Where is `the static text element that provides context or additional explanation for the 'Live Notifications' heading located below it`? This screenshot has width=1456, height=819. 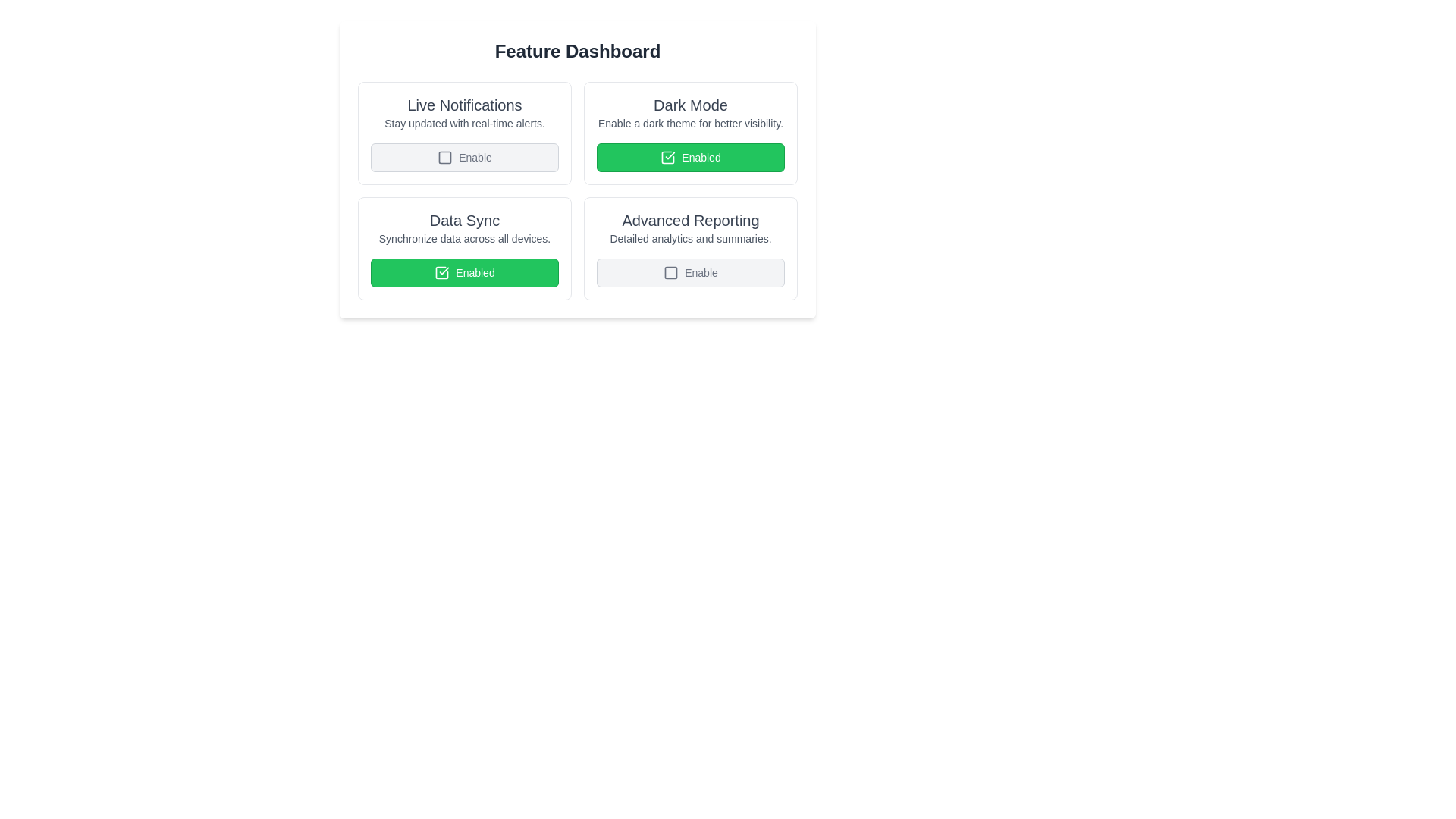
the static text element that provides context or additional explanation for the 'Live Notifications' heading located below it is located at coordinates (464, 122).